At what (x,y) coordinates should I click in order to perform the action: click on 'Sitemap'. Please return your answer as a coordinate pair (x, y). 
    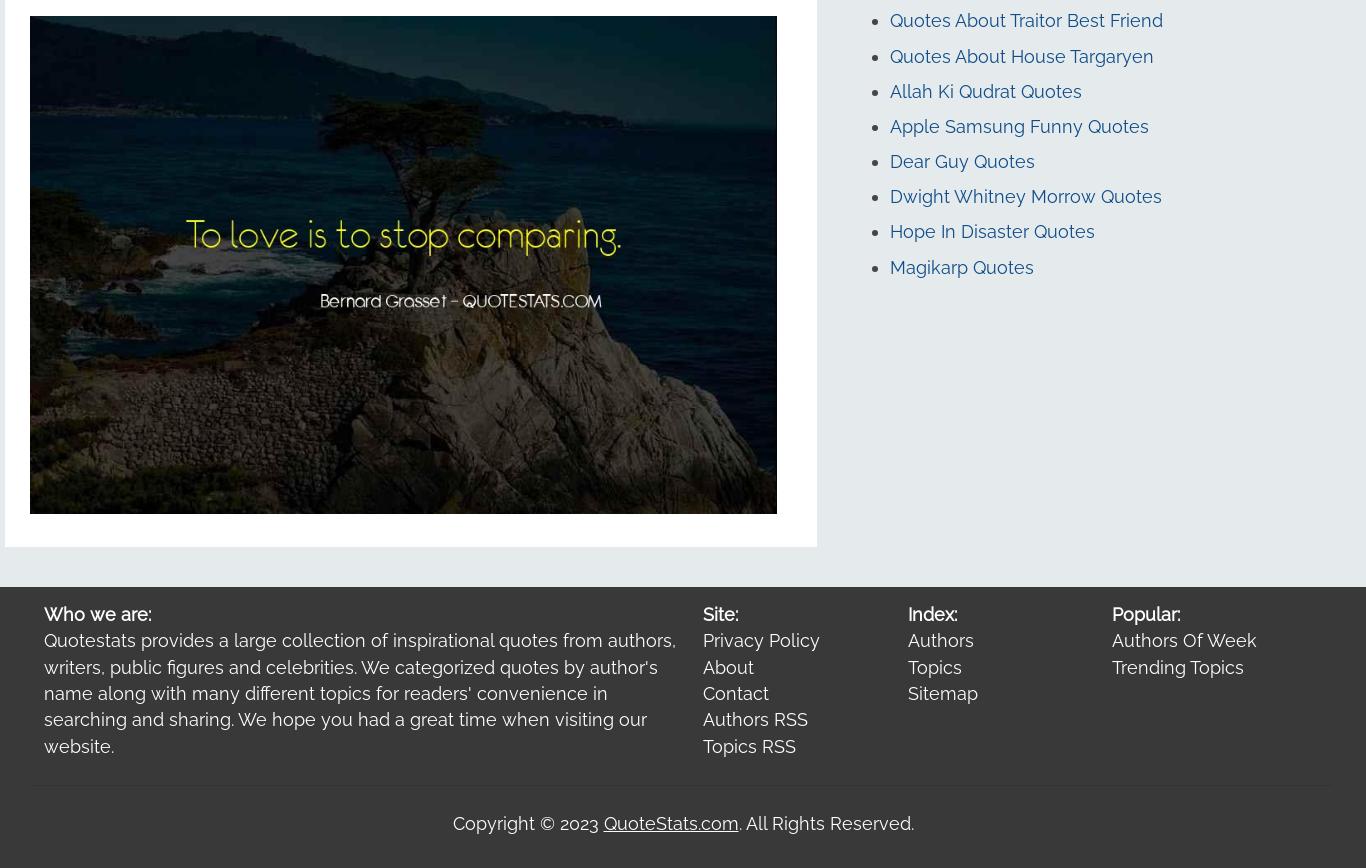
    Looking at the image, I should click on (906, 693).